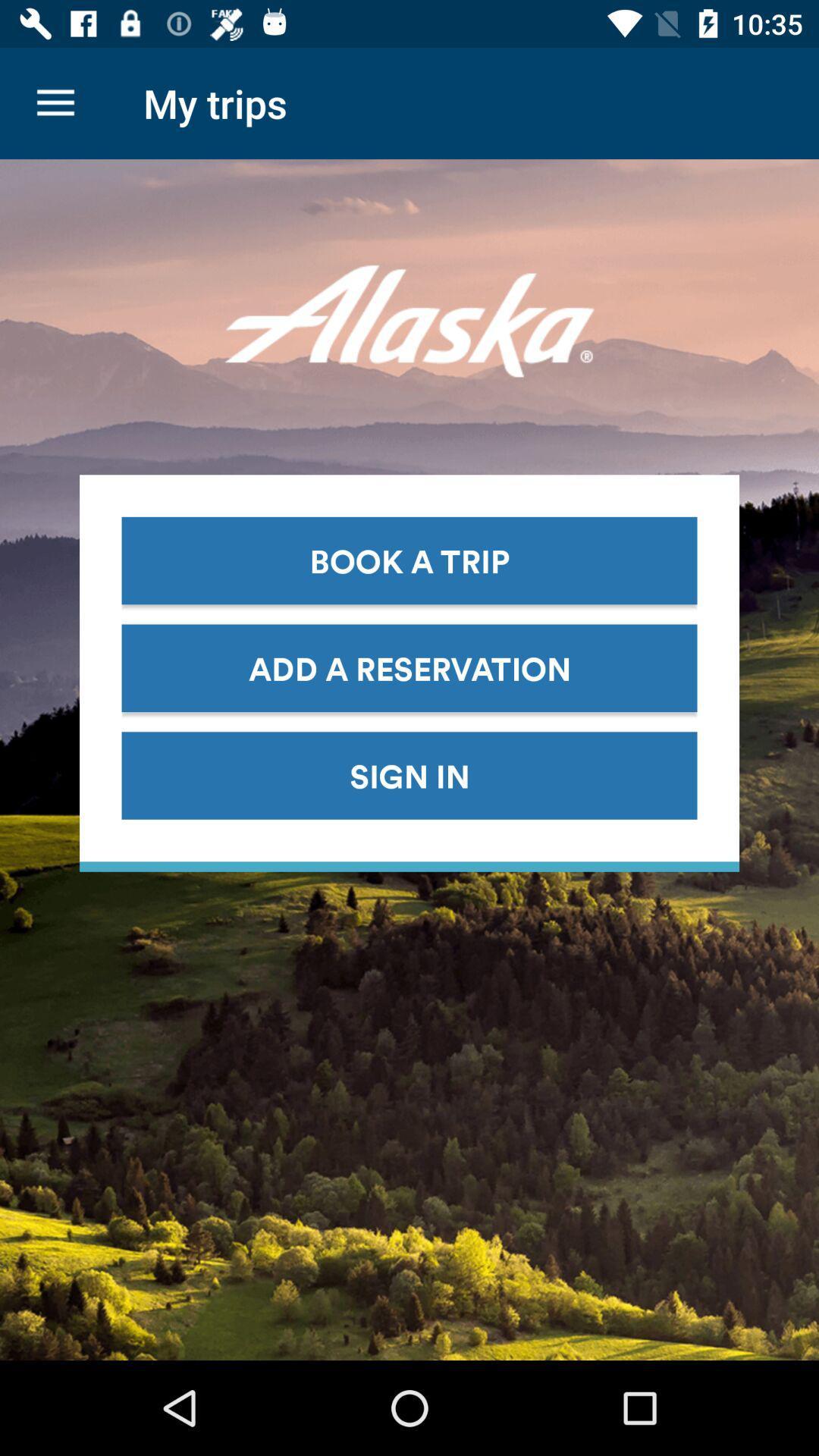 The width and height of the screenshot is (819, 1456). I want to click on item below book a trip item, so click(409, 667).